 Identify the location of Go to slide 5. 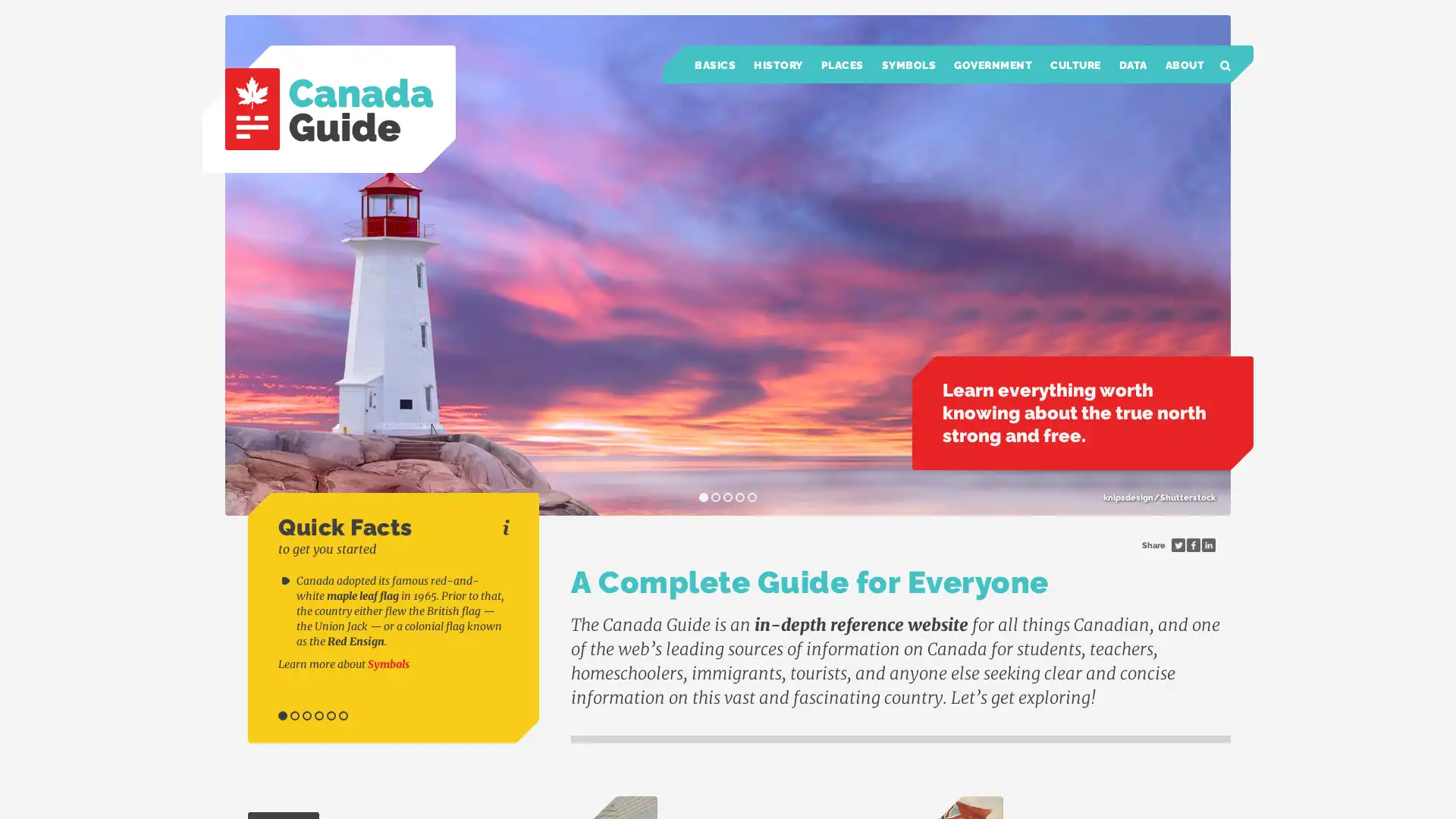
(330, 716).